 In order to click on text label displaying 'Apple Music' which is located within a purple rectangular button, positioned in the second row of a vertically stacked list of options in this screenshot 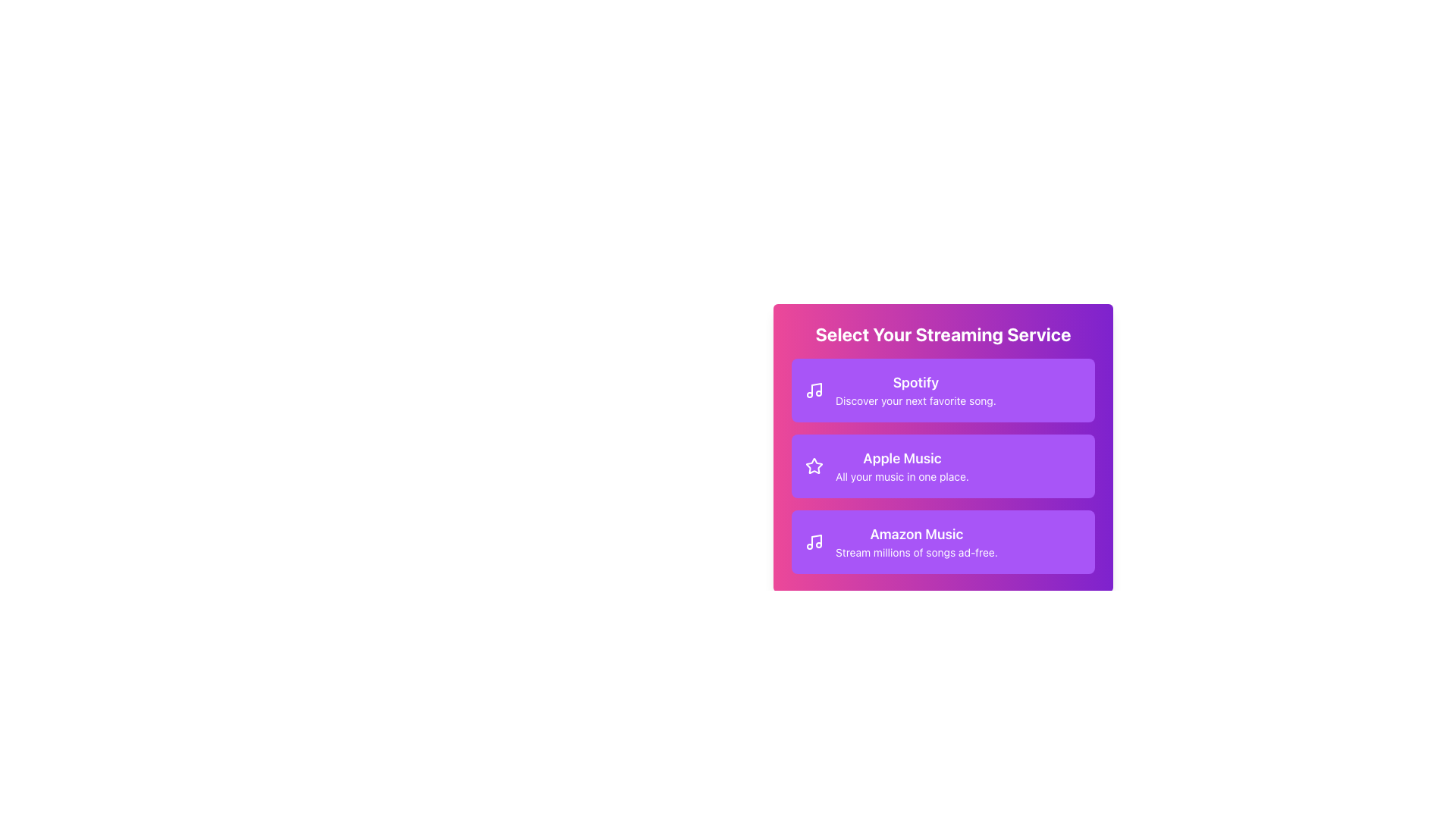, I will do `click(902, 458)`.